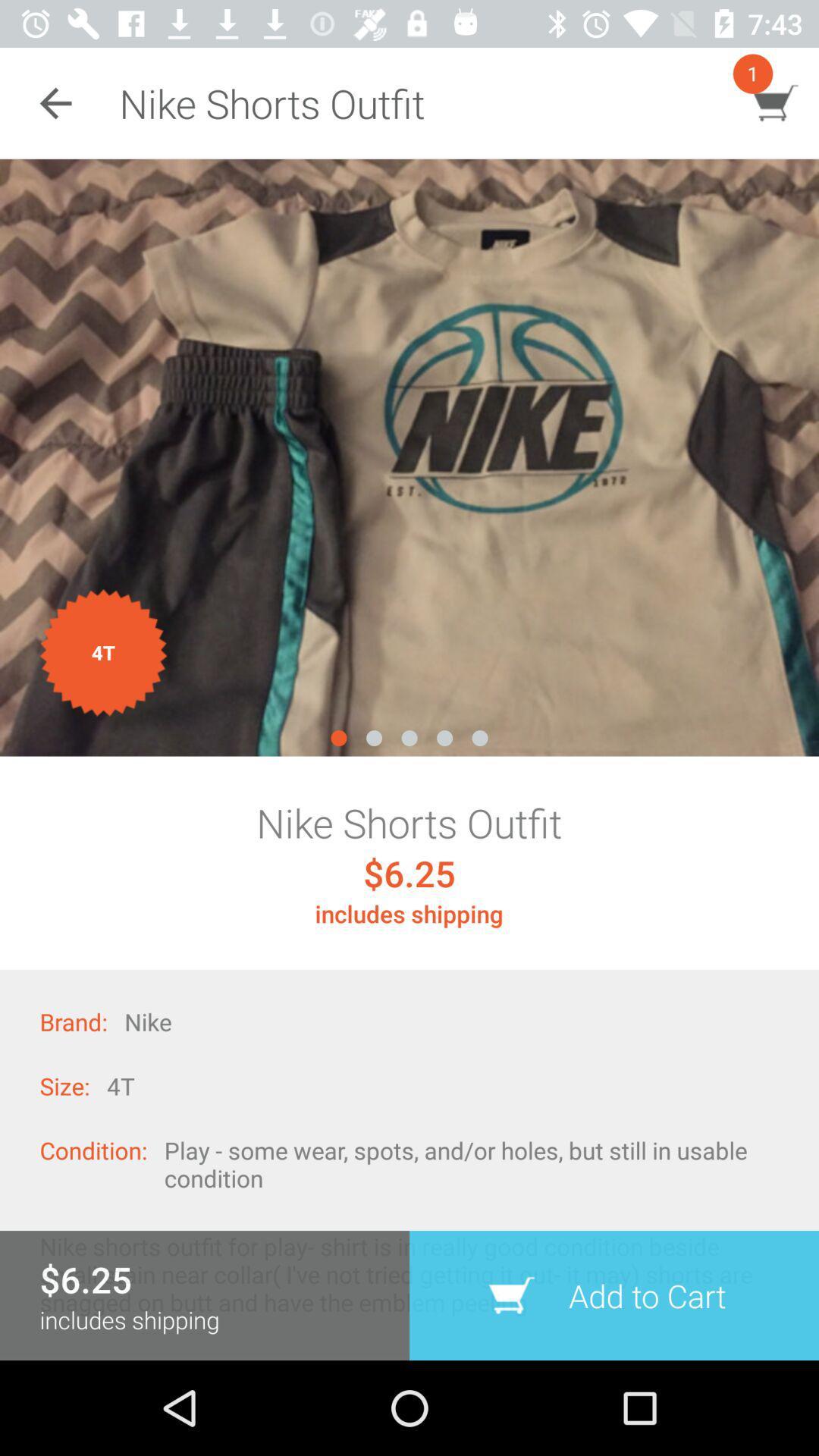 Image resolution: width=819 pixels, height=1456 pixels. I want to click on photo, so click(409, 457).